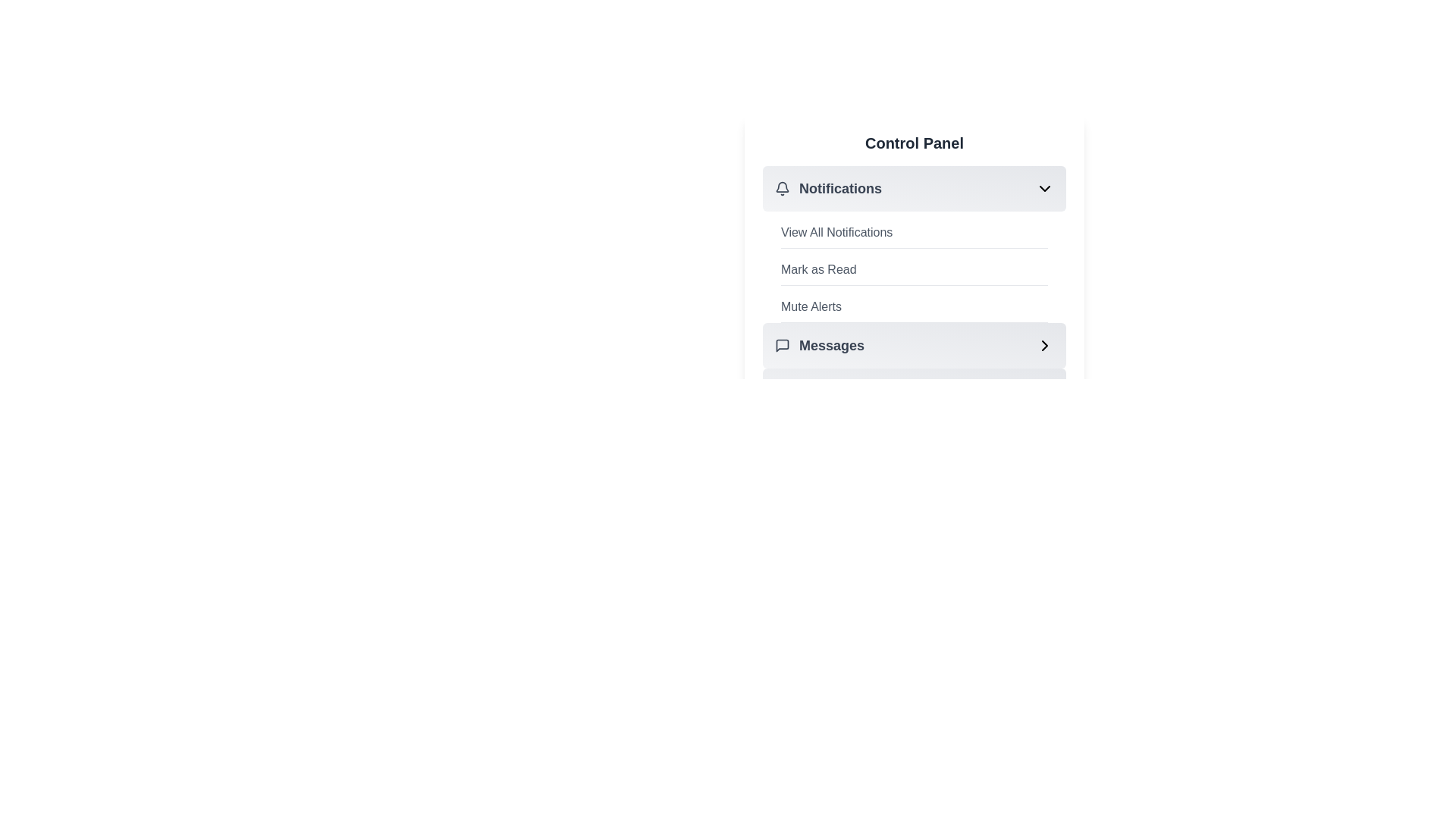 The width and height of the screenshot is (1456, 819). What do you see at coordinates (811, 307) in the screenshot?
I see `the 'Mute Alerts' text label located within the 'Notifications' dropdown menu, positioned as the third option below 'View All Notifications' and 'Mark as Read'` at bounding box center [811, 307].